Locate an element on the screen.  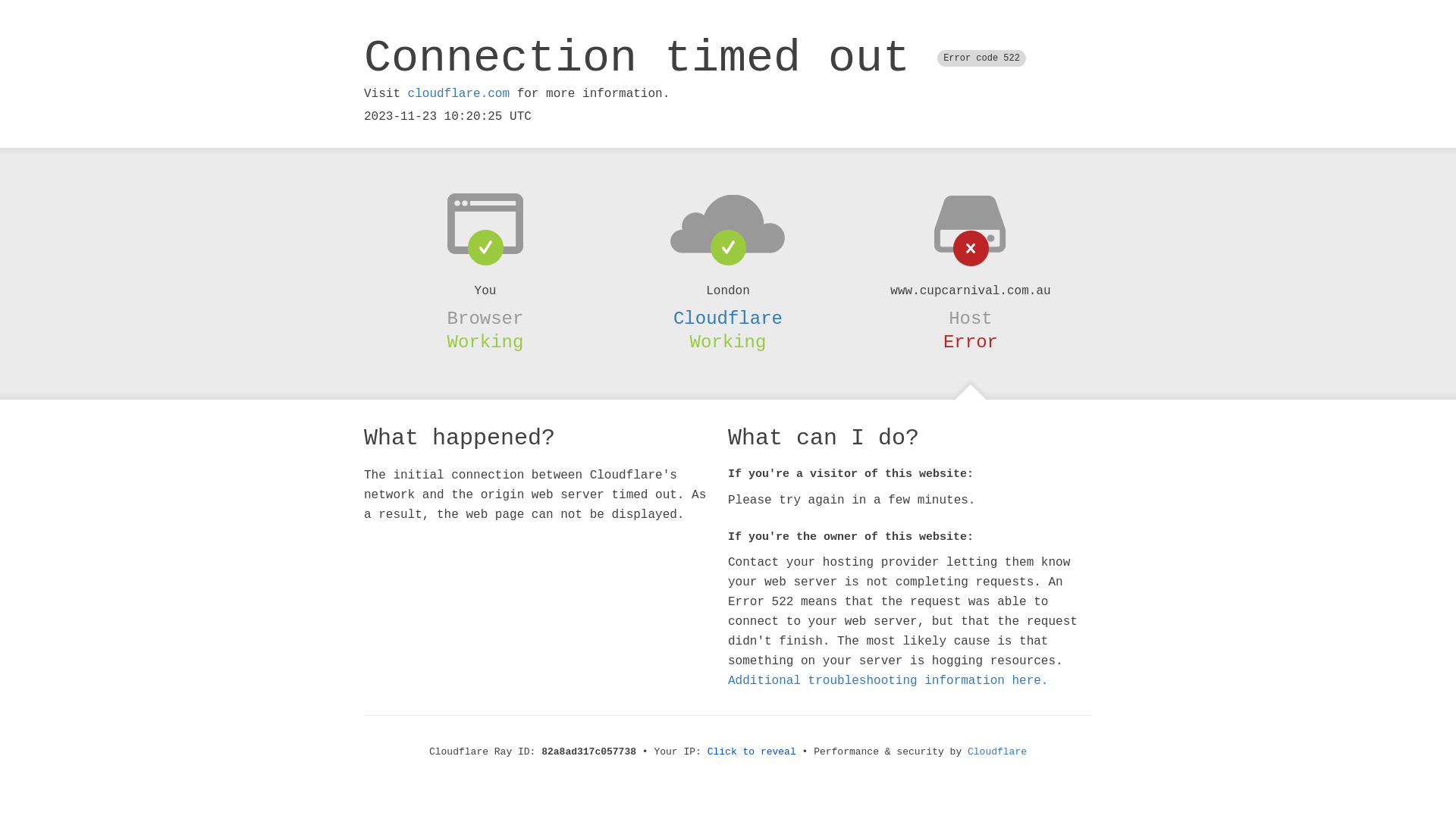
'cloudflare.com' is located at coordinates (457, 93).